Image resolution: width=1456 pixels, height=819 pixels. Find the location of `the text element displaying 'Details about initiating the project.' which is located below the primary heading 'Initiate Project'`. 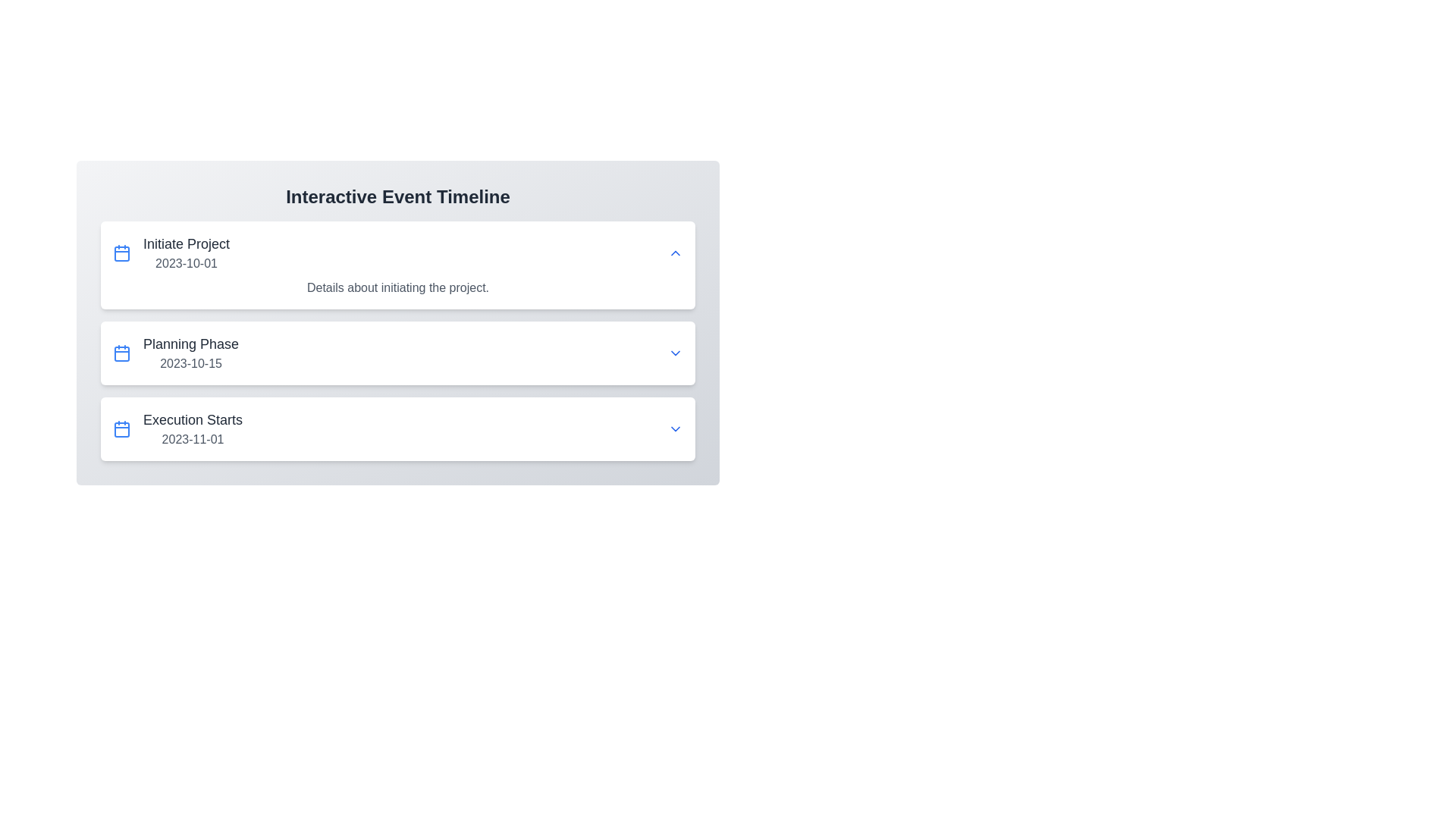

the text element displaying 'Details about initiating the project.' which is located below the primary heading 'Initiate Project' is located at coordinates (397, 284).